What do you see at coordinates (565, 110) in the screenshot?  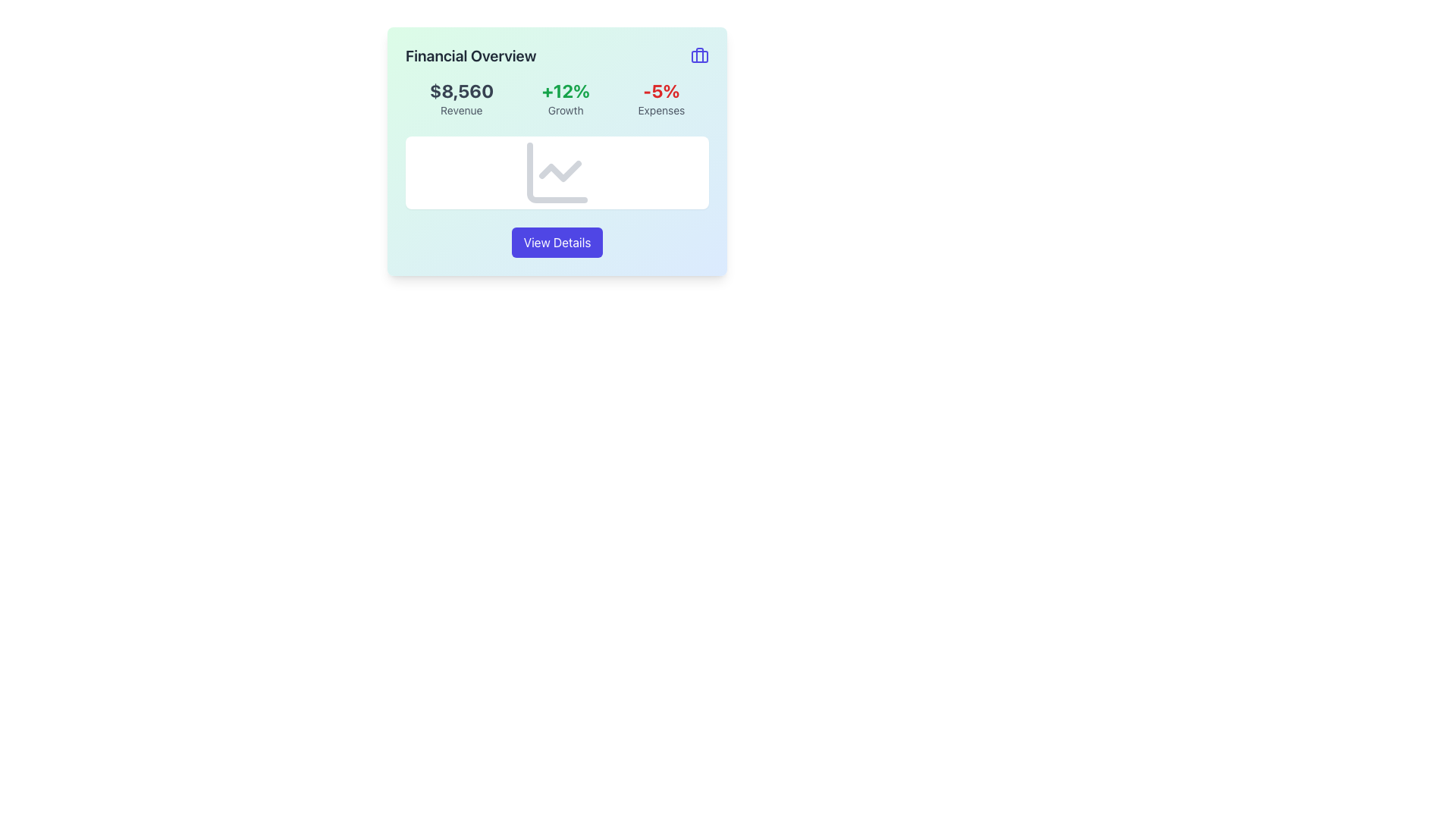 I see `label 'Growth' located below the text '+12%' in the financial overview section` at bounding box center [565, 110].